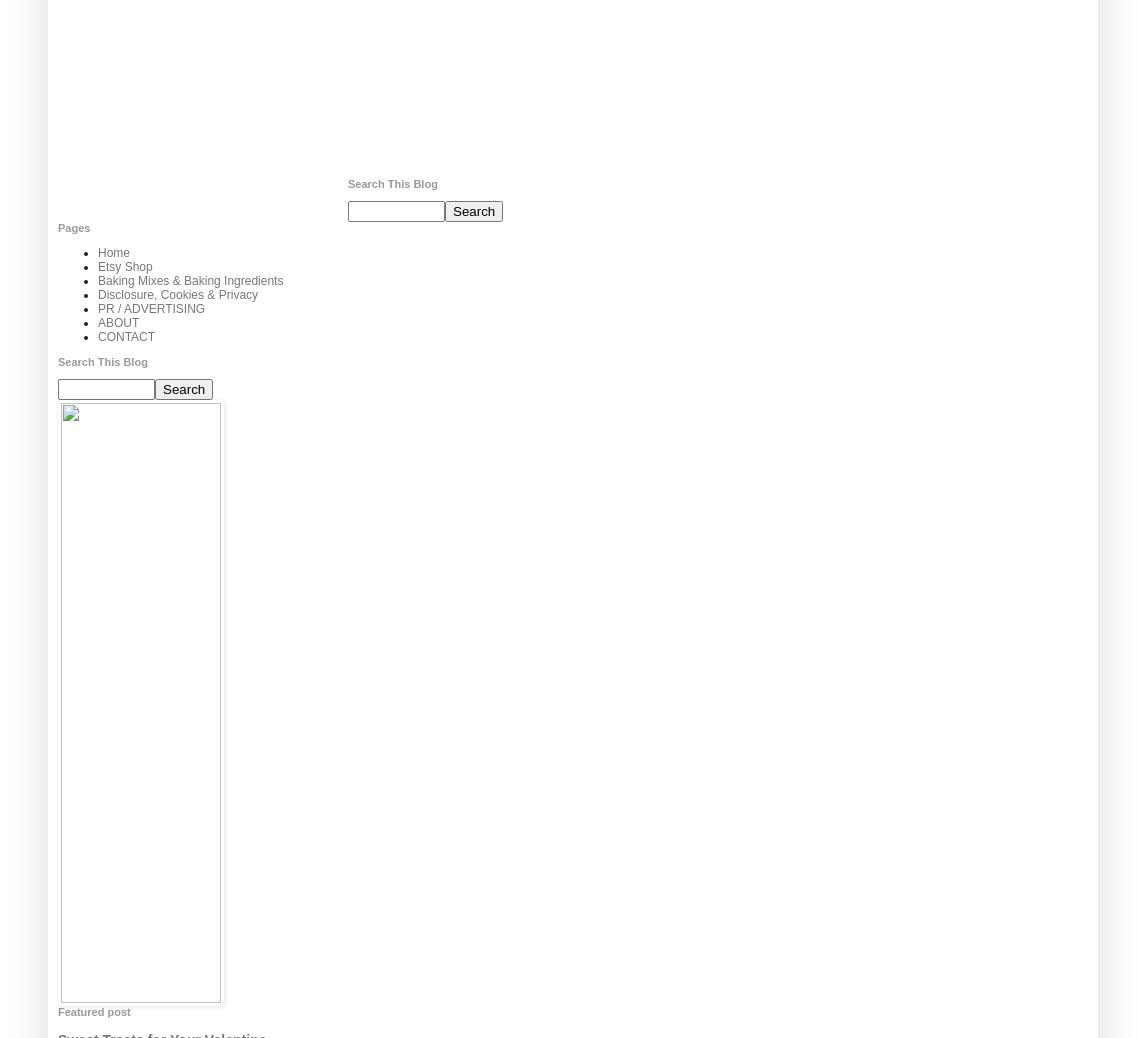  What do you see at coordinates (126, 337) in the screenshot?
I see `'CONTACT'` at bounding box center [126, 337].